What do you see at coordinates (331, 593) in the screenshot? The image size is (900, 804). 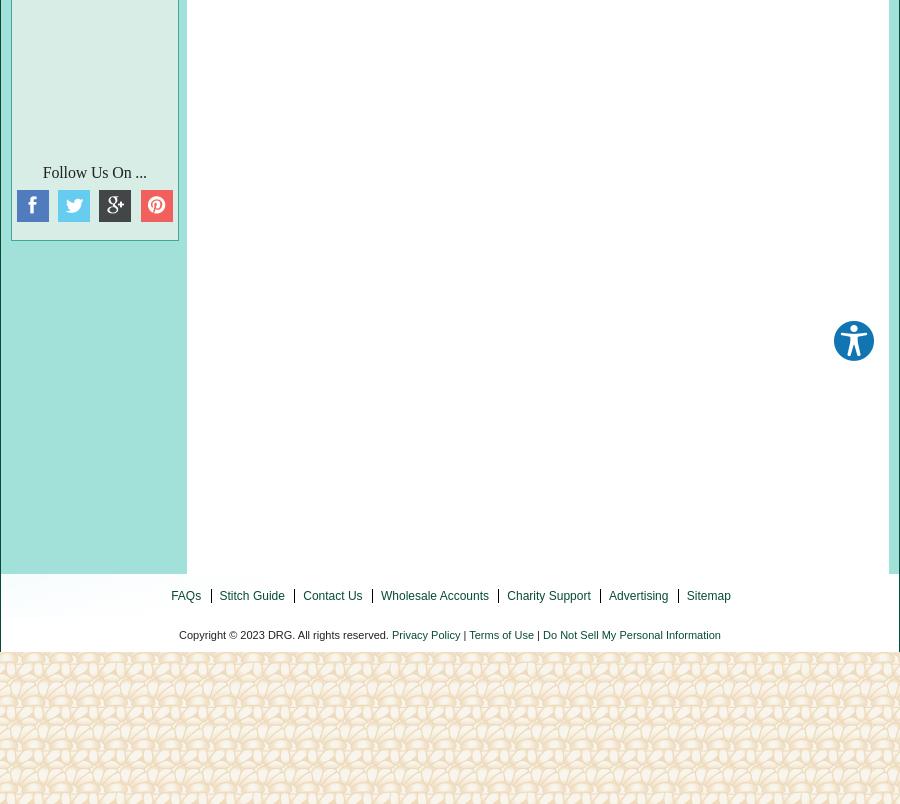 I see `'Contact Us'` at bounding box center [331, 593].